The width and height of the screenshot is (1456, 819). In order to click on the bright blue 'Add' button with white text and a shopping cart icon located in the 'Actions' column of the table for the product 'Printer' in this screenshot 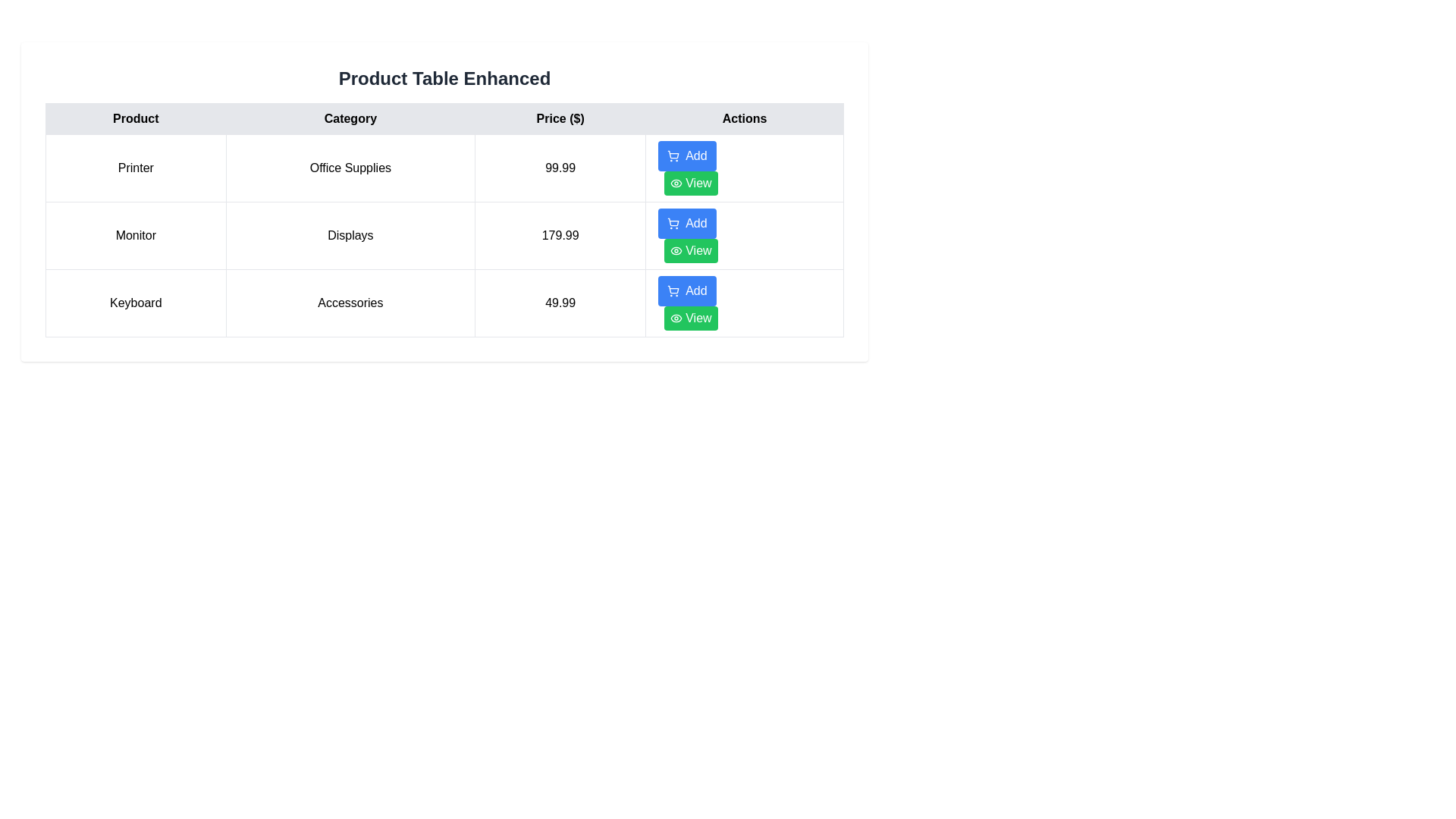, I will do `click(686, 155)`.